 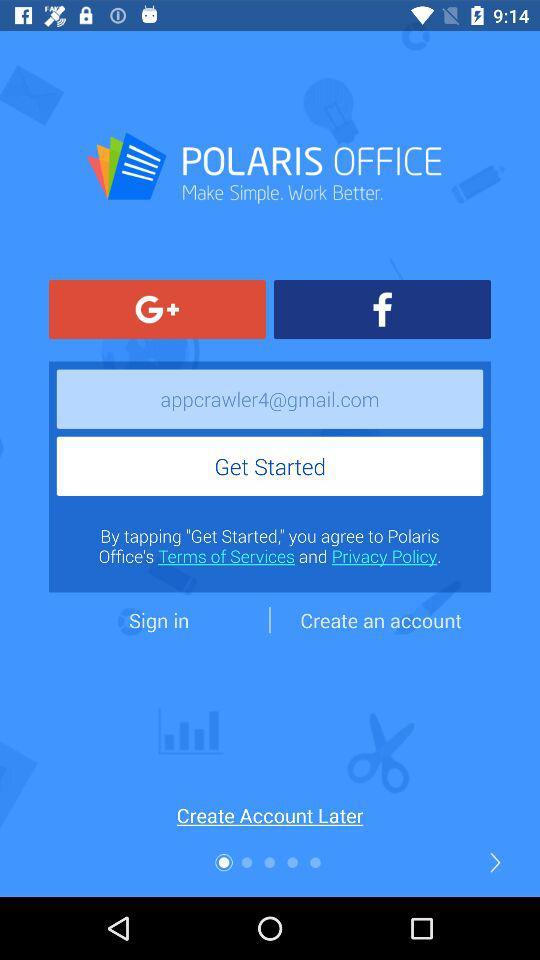 What do you see at coordinates (494, 861) in the screenshot?
I see `the arrow_forward icon` at bounding box center [494, 861].